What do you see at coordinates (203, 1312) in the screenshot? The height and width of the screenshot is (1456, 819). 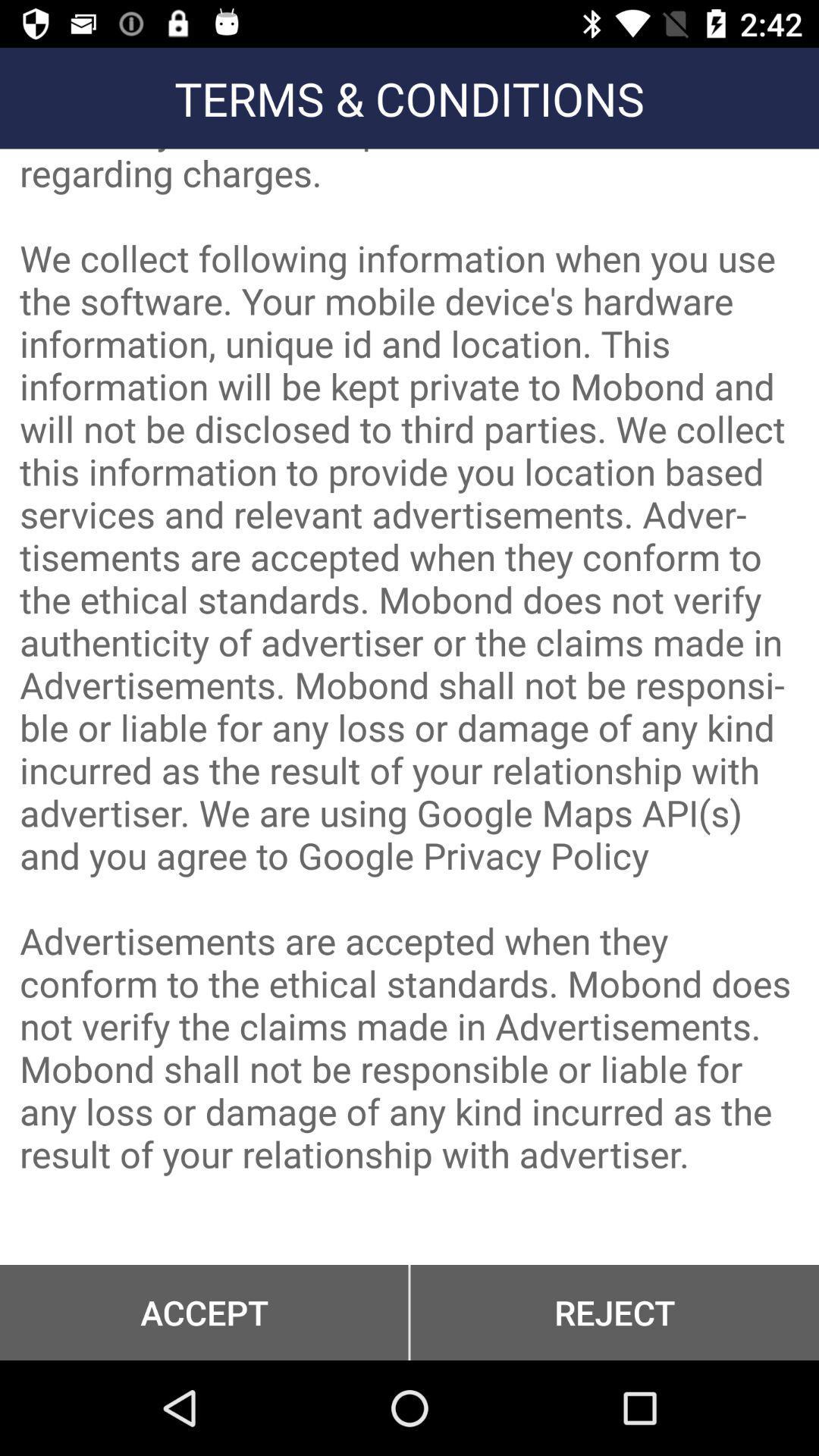 I see `app below the please read these app` at bounding box center [203, 1312].